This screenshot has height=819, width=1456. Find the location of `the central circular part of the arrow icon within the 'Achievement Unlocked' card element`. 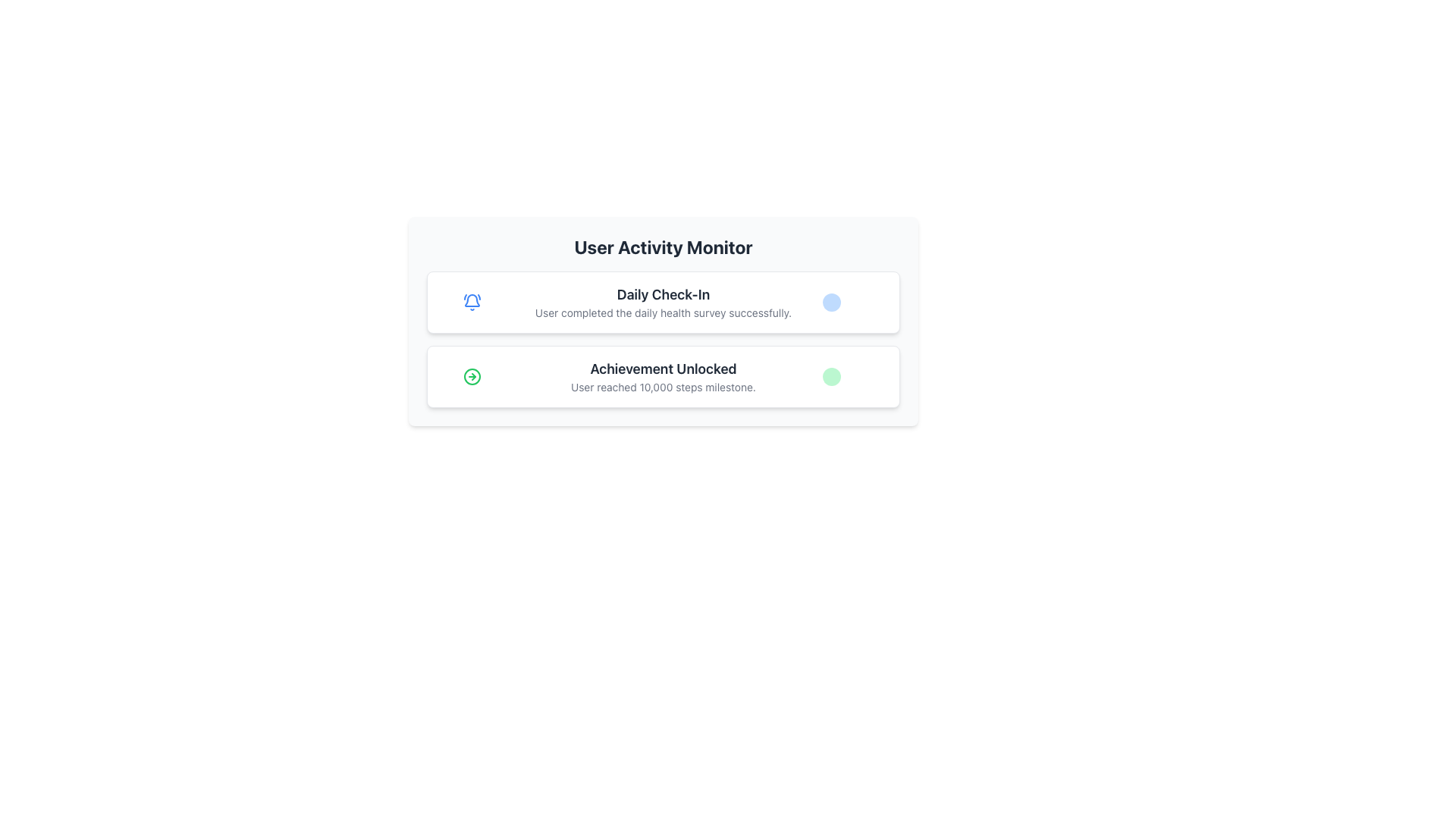

the central circular part of the arrow icon within the 'Achievement Unlocked' card element is located at coordinates (471, 376).